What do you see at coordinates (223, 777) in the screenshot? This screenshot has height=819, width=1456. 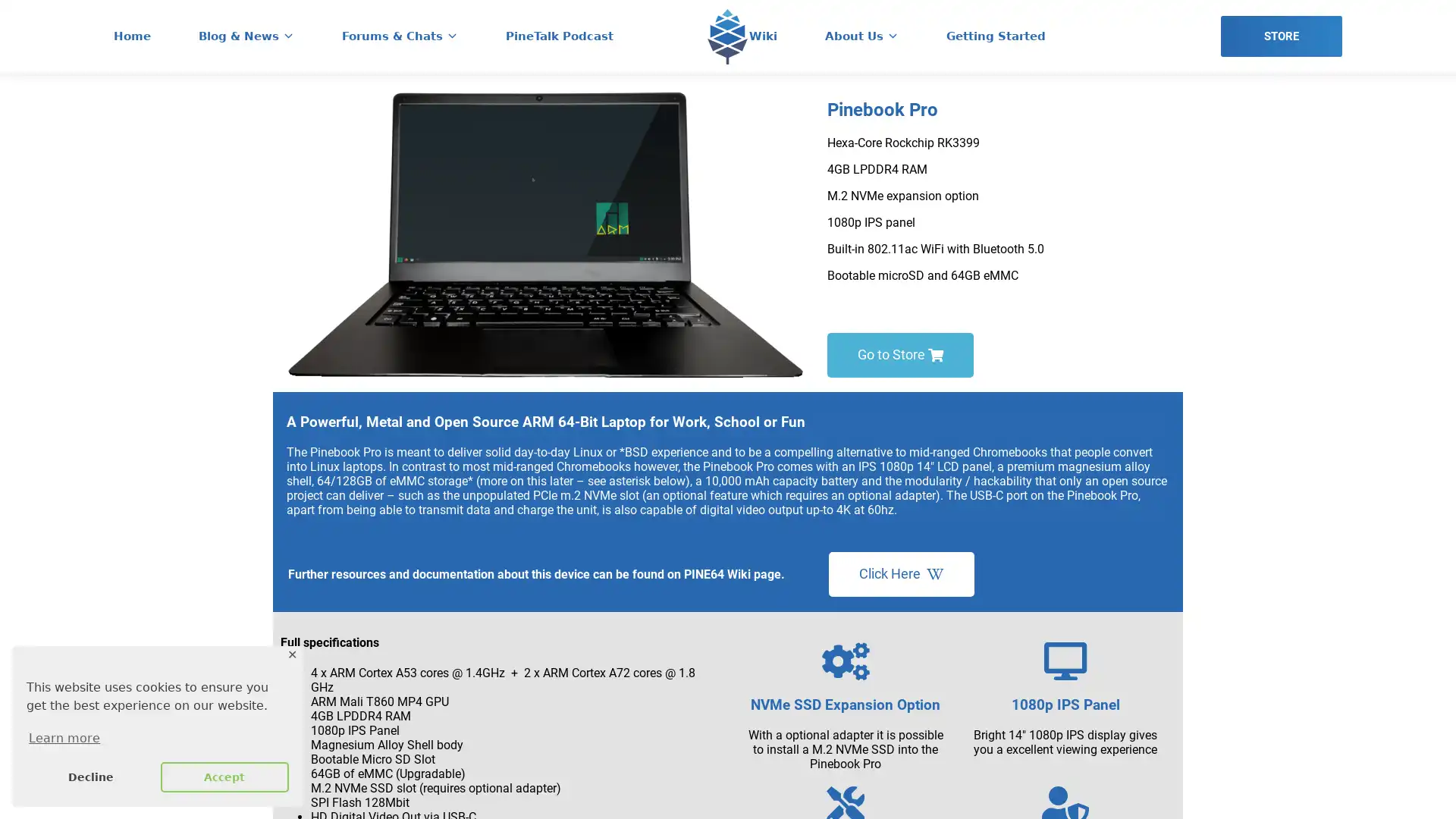 I see `allow cookies` at bounding box center [223, 777].